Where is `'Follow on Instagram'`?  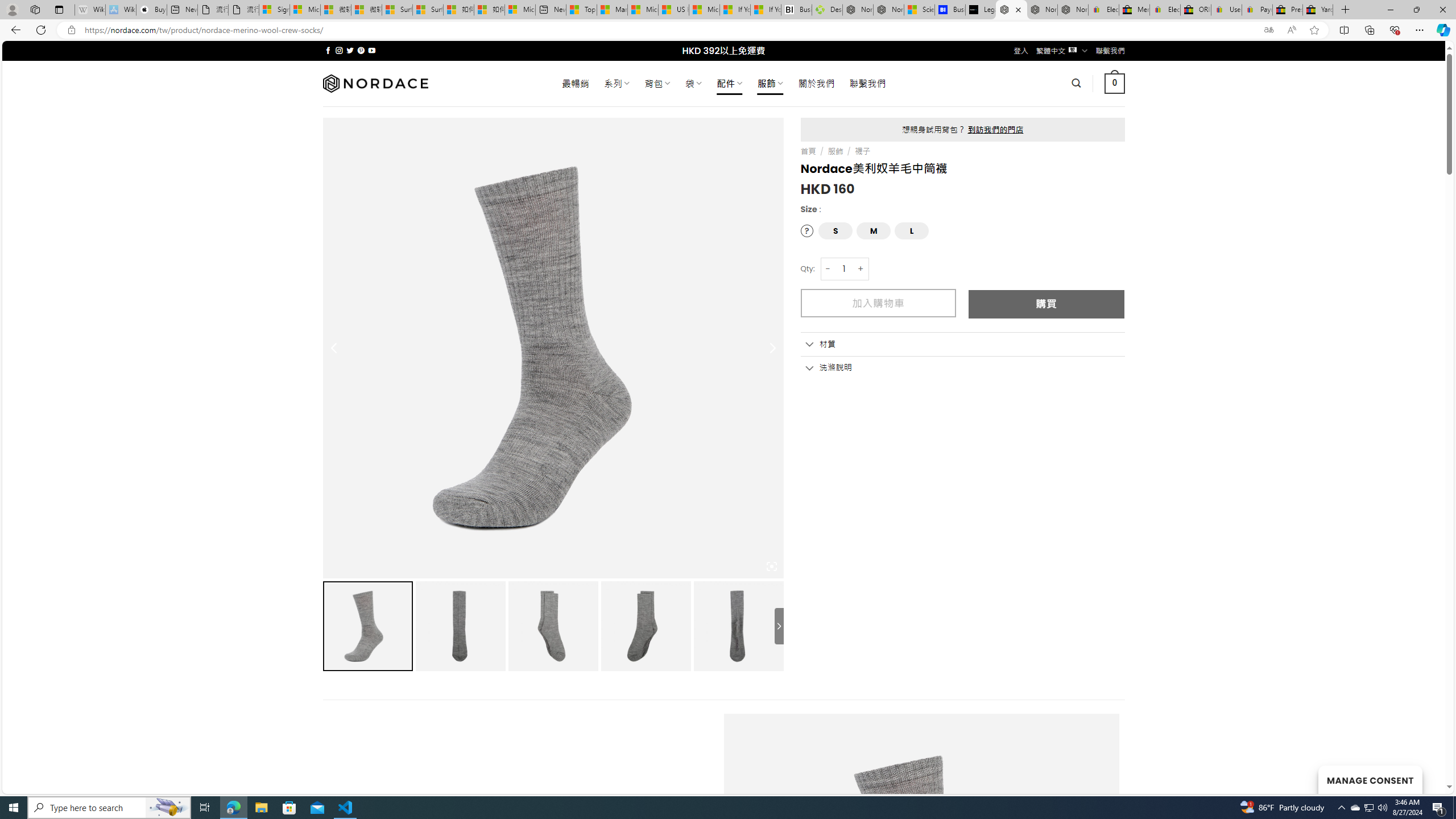
'Follow on Instagram' is located at coordinates (338, 50).